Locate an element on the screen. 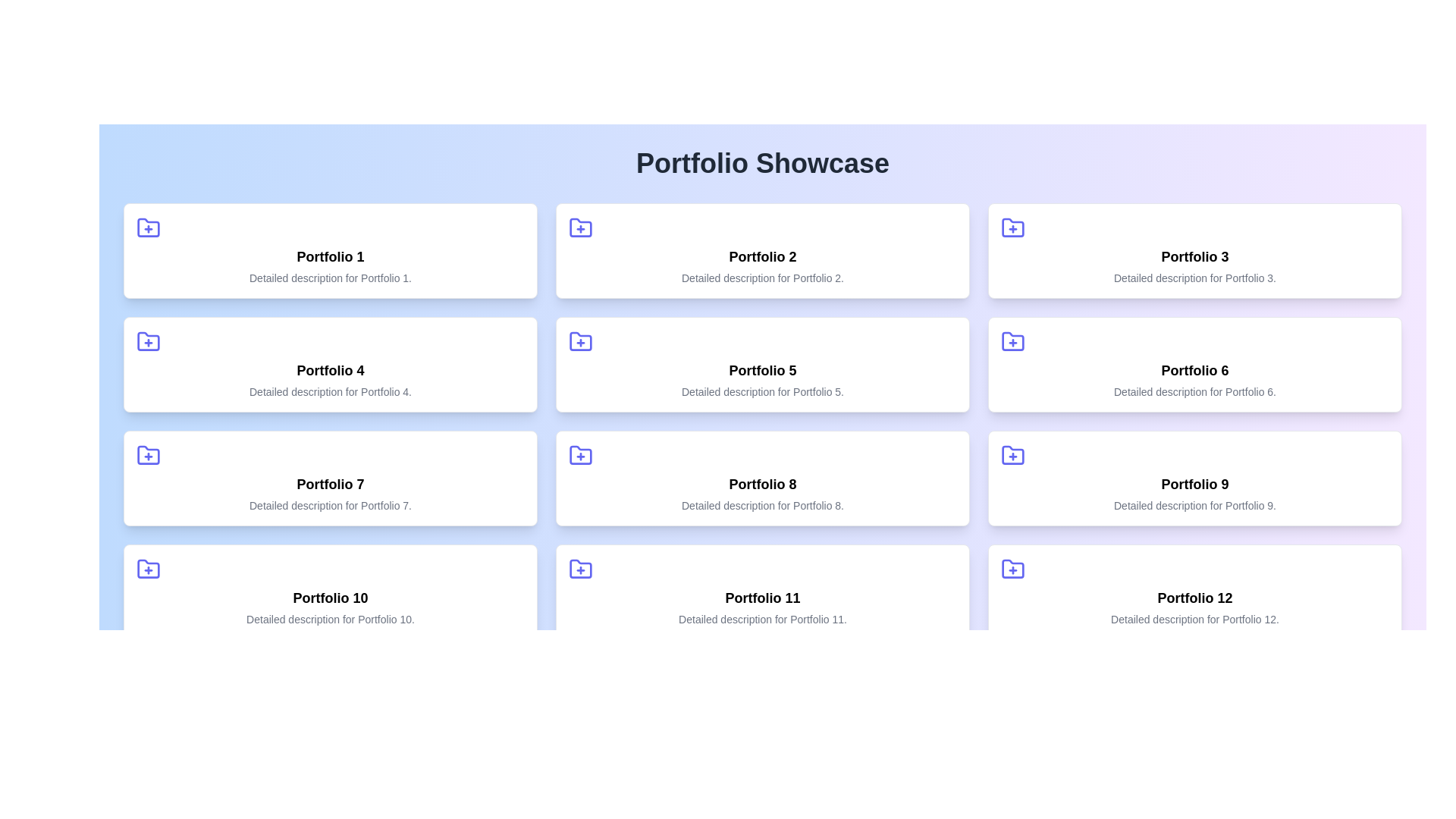  the Card element representing a portfolio item located in the fourth row, middle column of a grid layout is located at coordinates (763, 591).